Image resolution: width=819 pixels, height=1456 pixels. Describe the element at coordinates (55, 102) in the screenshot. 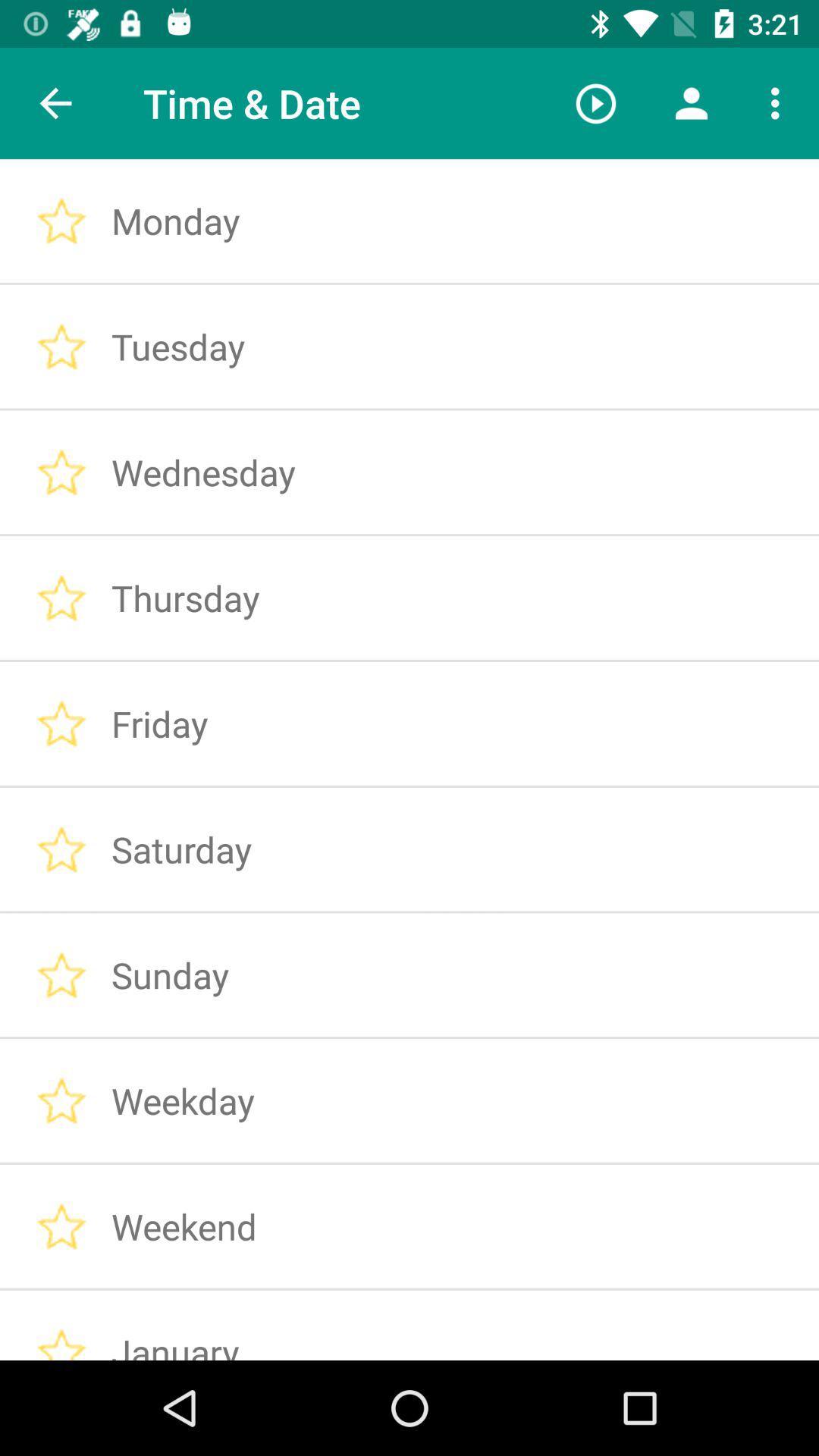

I see `the icon to the left of the time & date item` at that location.